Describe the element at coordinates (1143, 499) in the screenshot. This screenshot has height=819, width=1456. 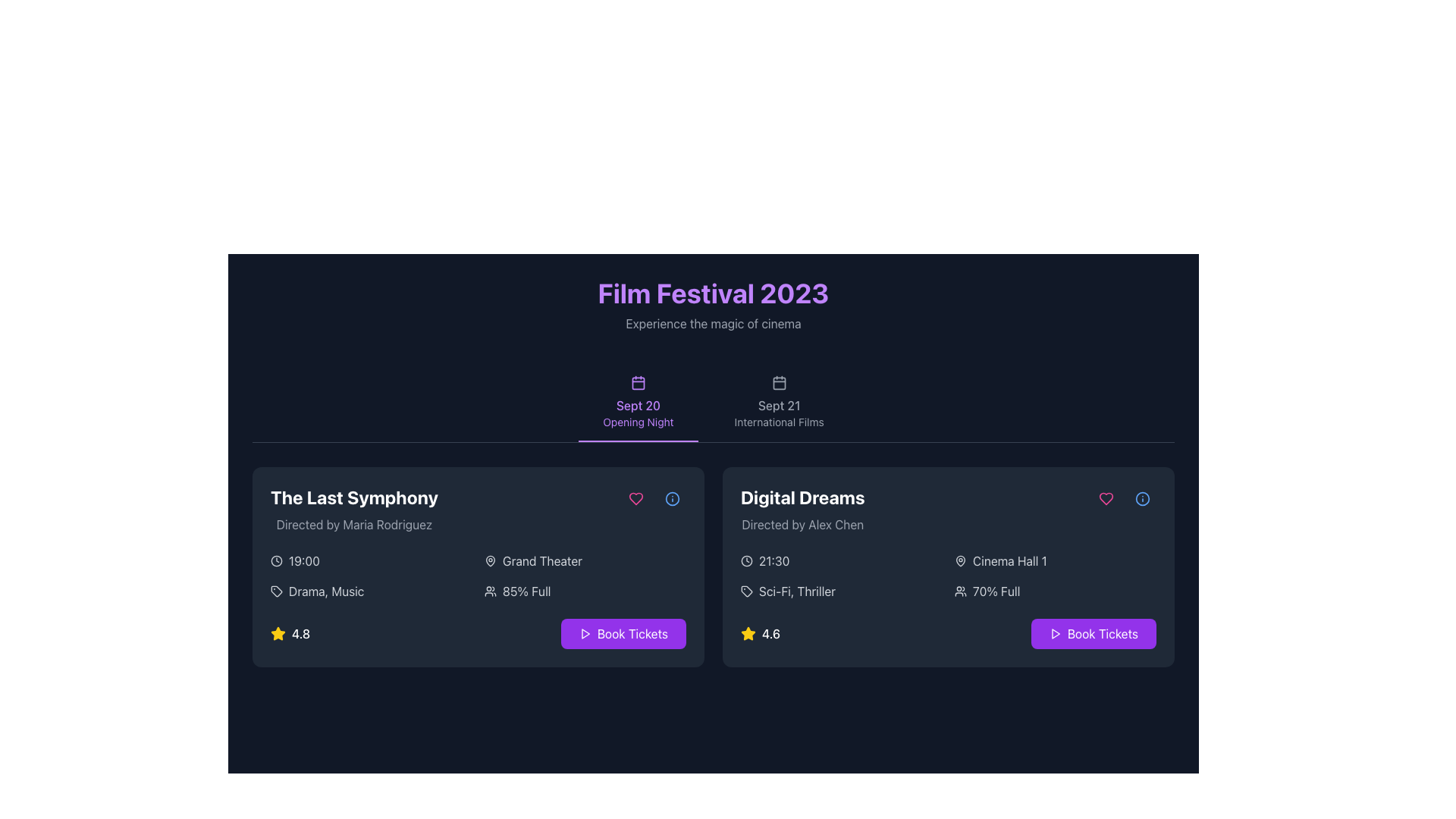
I see `the circular vector graphic located at the center of the icon in the top right corner of the 'Digital Dreams' card` at that location.